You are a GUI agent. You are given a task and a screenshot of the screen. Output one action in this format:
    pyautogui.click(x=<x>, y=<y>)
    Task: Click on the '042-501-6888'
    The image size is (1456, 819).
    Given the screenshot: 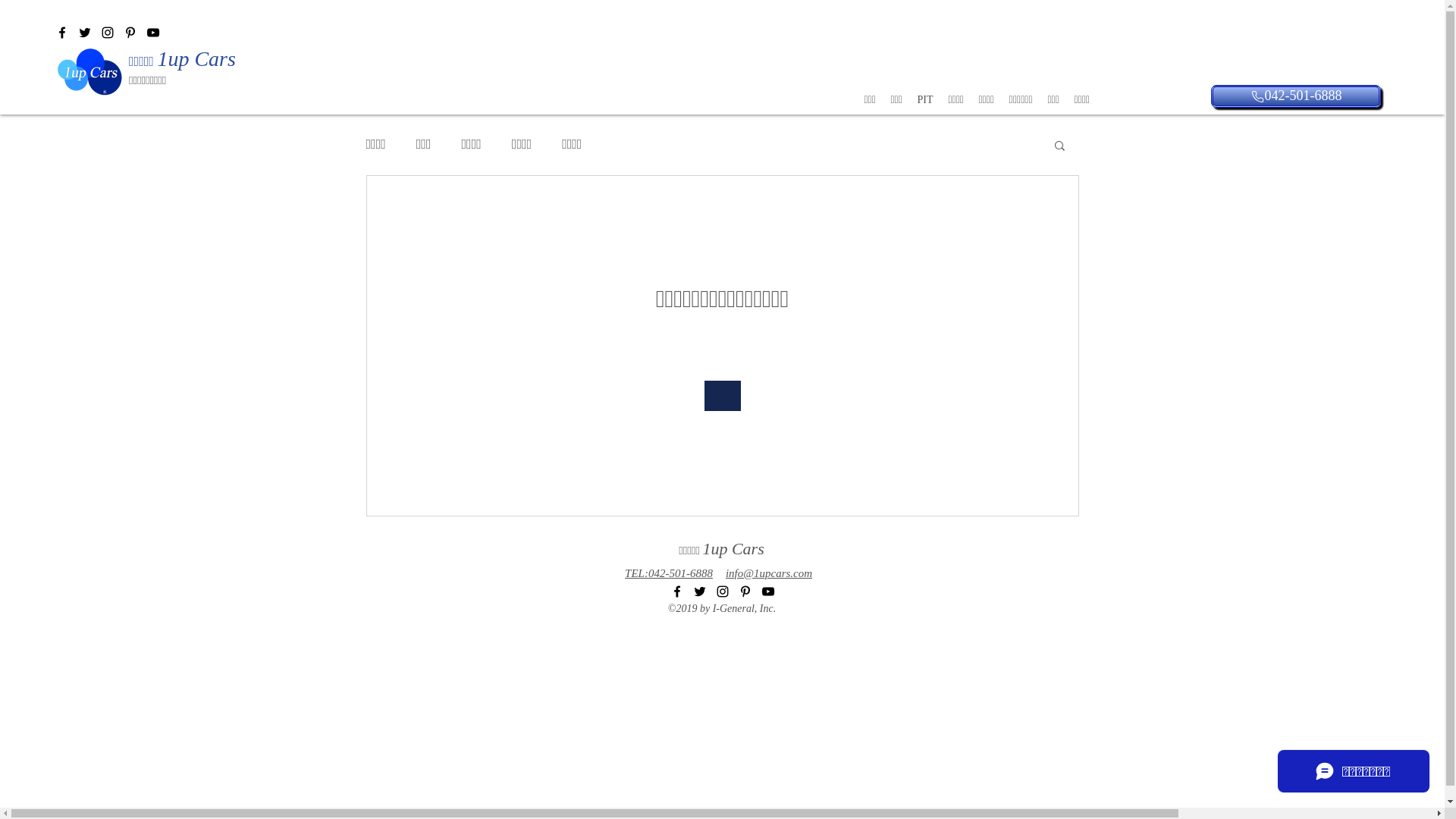 What is the action you would take?
    pyautogui.click(x=1294, y=96)
    